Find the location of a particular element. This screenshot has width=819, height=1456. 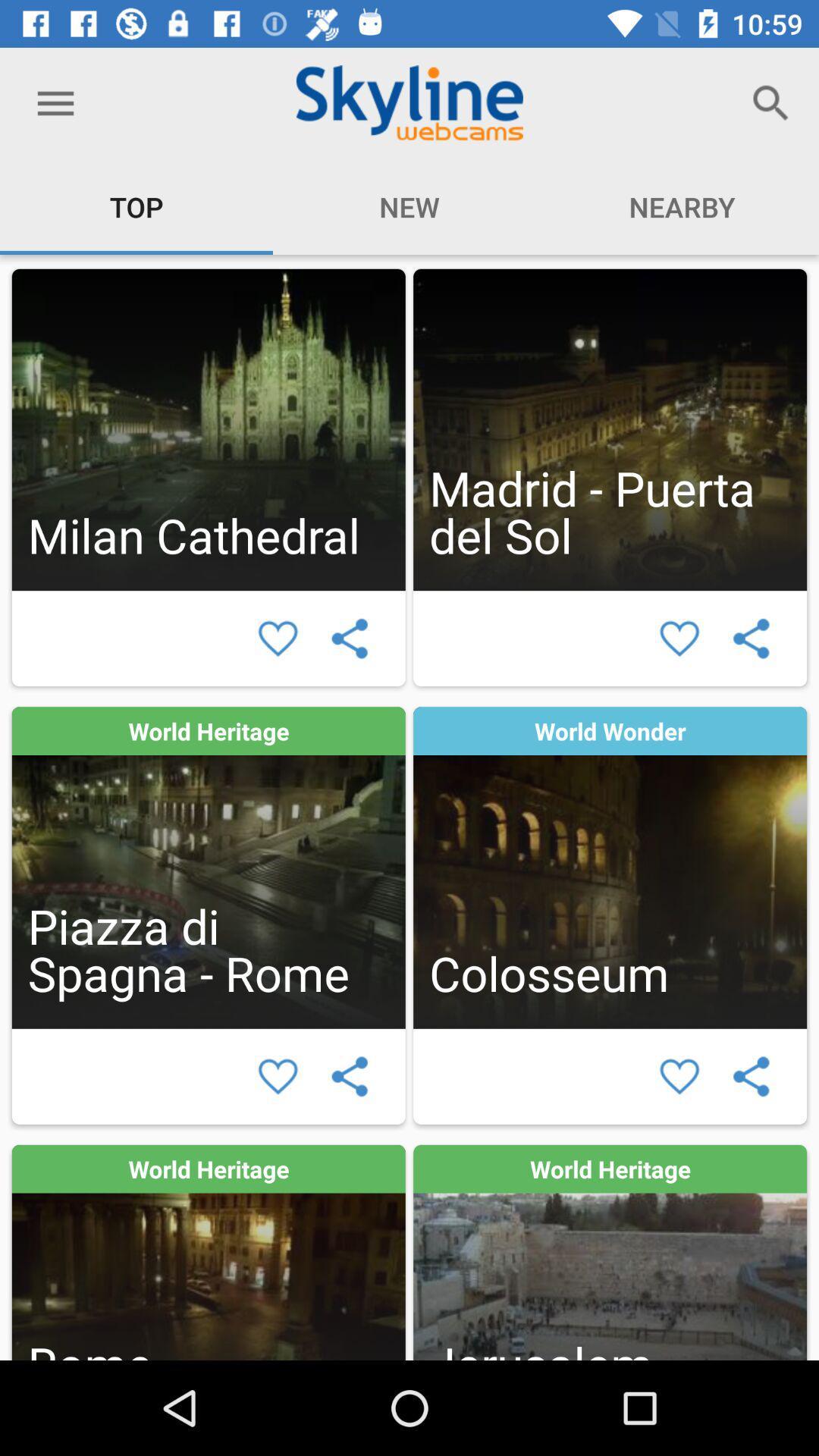

explore webcam is located at coordinates (609, 428).